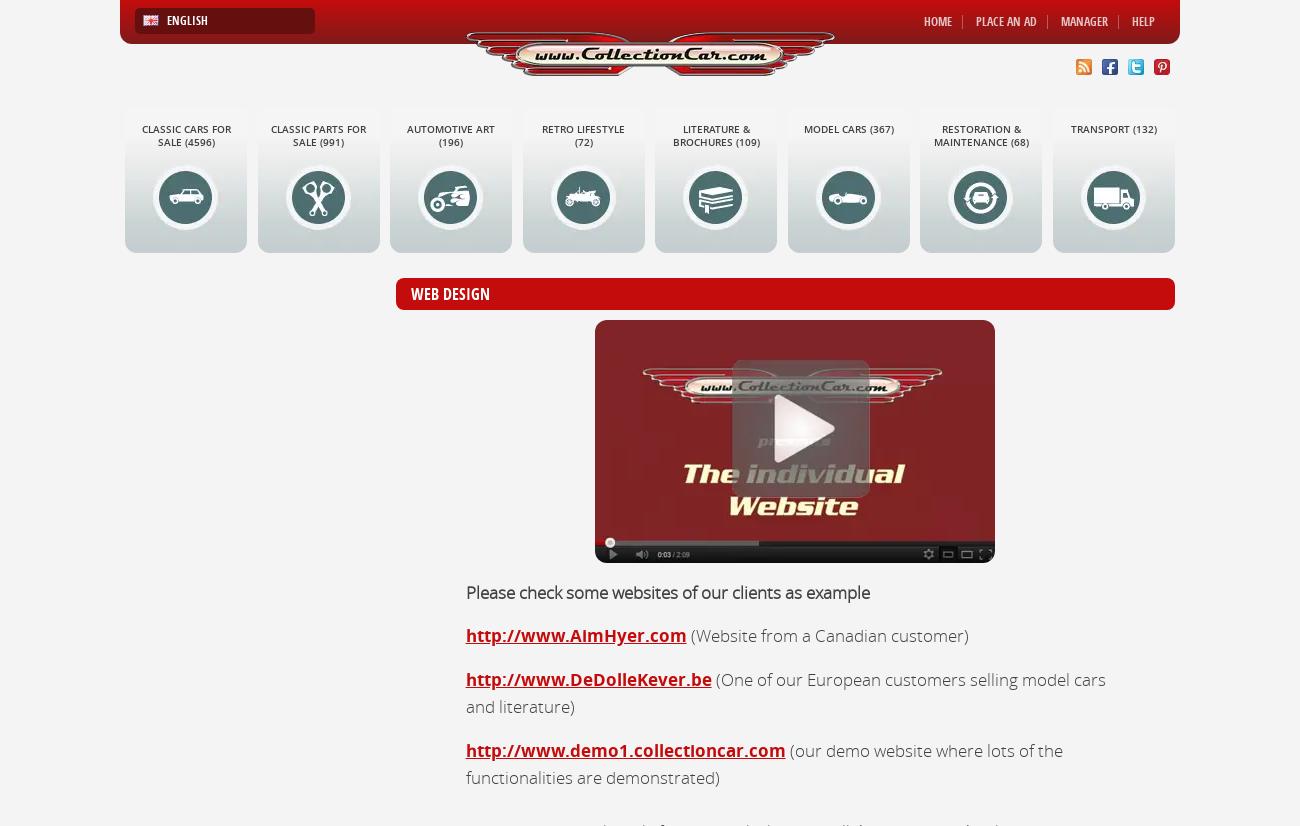 The image size is (1300, 826). Describe the element at coordinates (762, 761) in the screenshot. I see `'(our demo website where lots of the functionalities are demonstrated)'` at that location.